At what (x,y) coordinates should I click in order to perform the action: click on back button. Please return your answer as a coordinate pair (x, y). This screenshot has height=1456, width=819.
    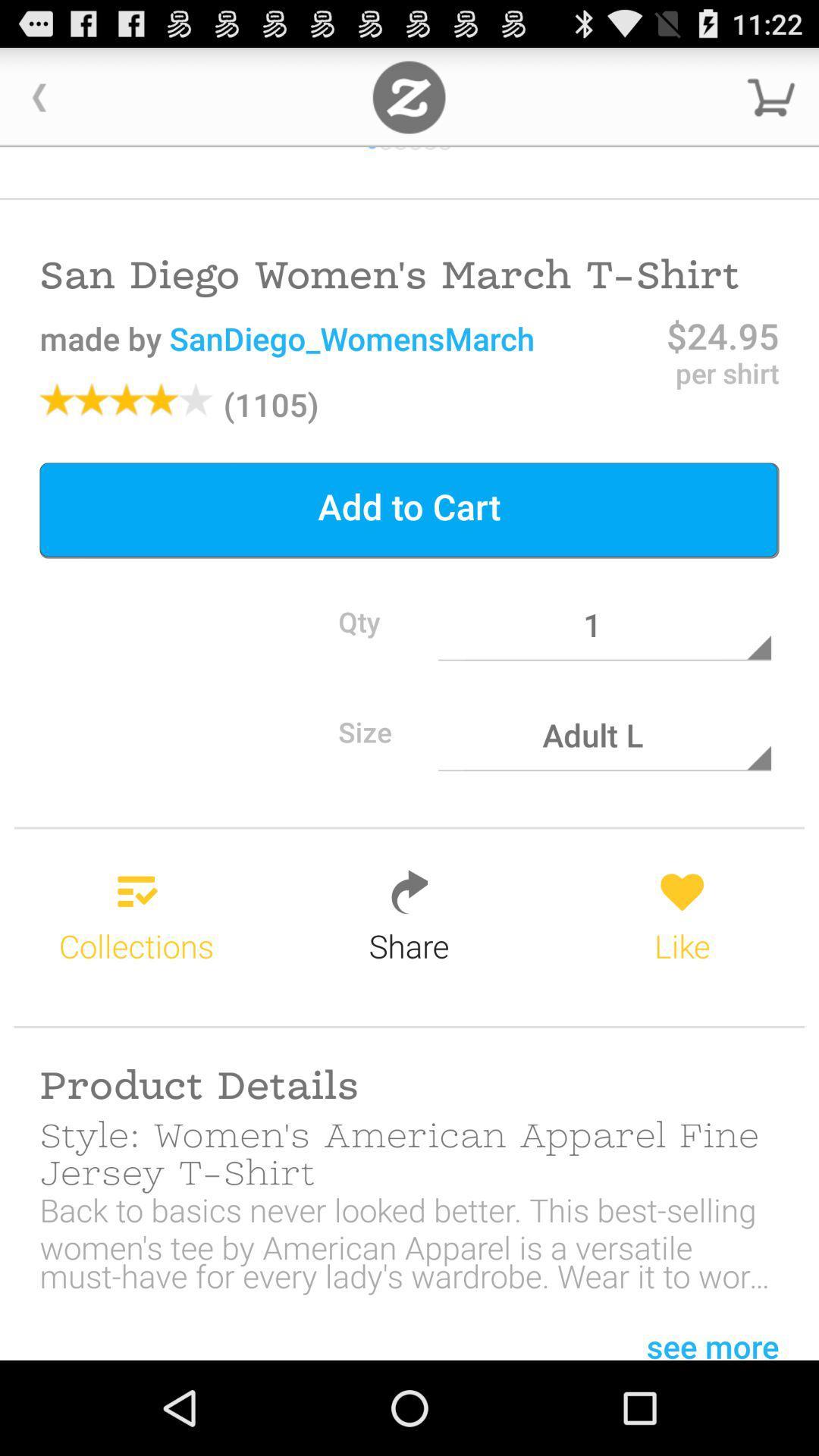
    Looking at the image, I should click on (39, 96).